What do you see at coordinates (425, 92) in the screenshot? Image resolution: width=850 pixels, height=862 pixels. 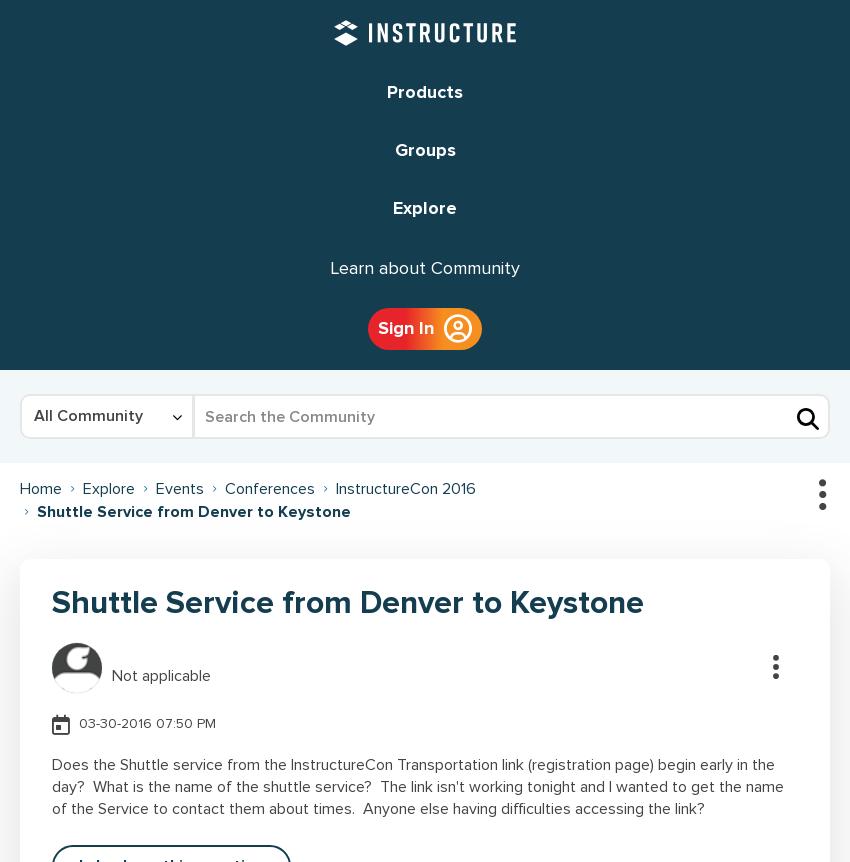 I see `'Products'` at bounding box center [425, 92].